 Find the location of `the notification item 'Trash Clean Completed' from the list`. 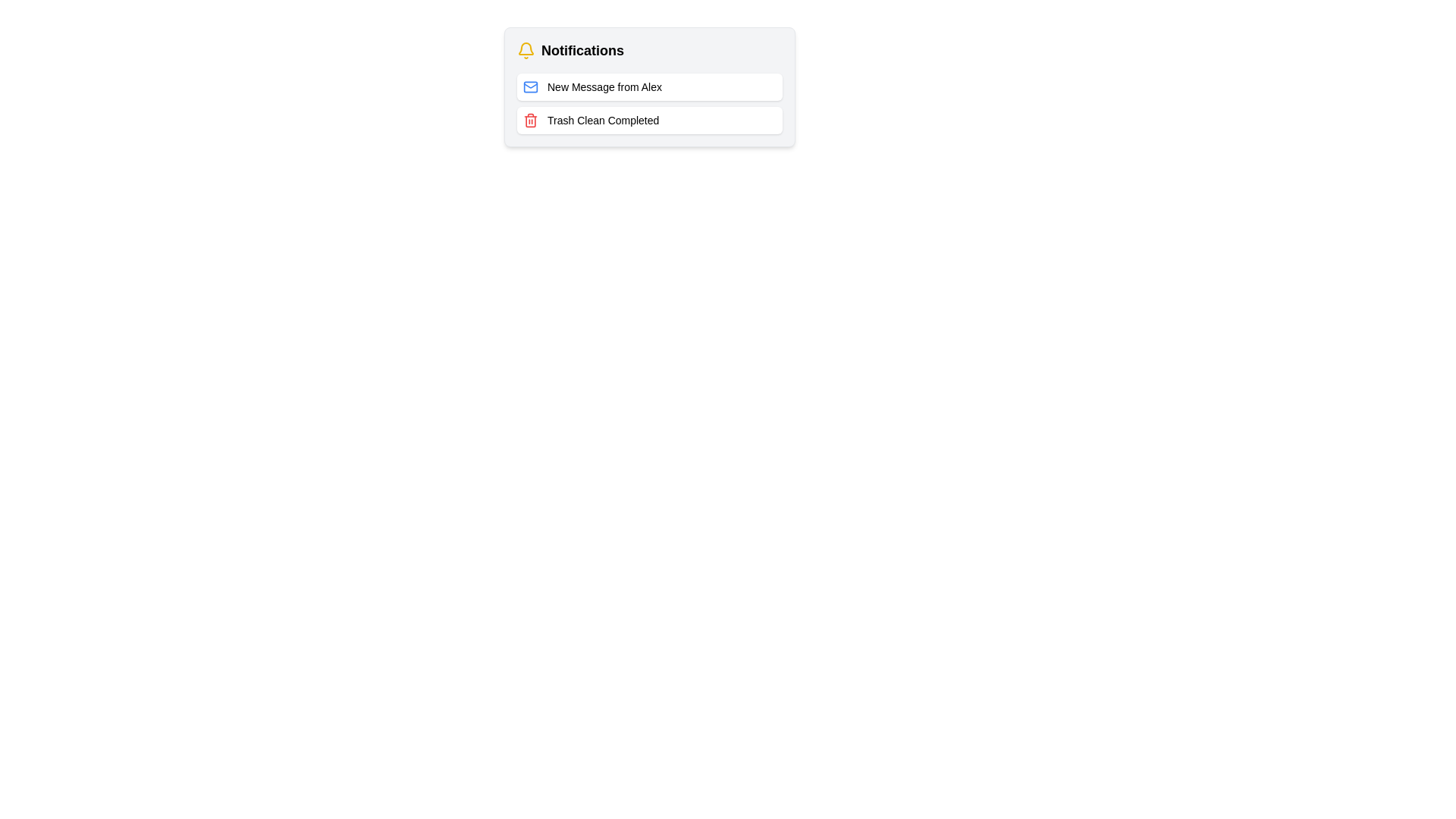

the notification item 'Trash Clean Completed' from the list is located at coordinates (650, 119).